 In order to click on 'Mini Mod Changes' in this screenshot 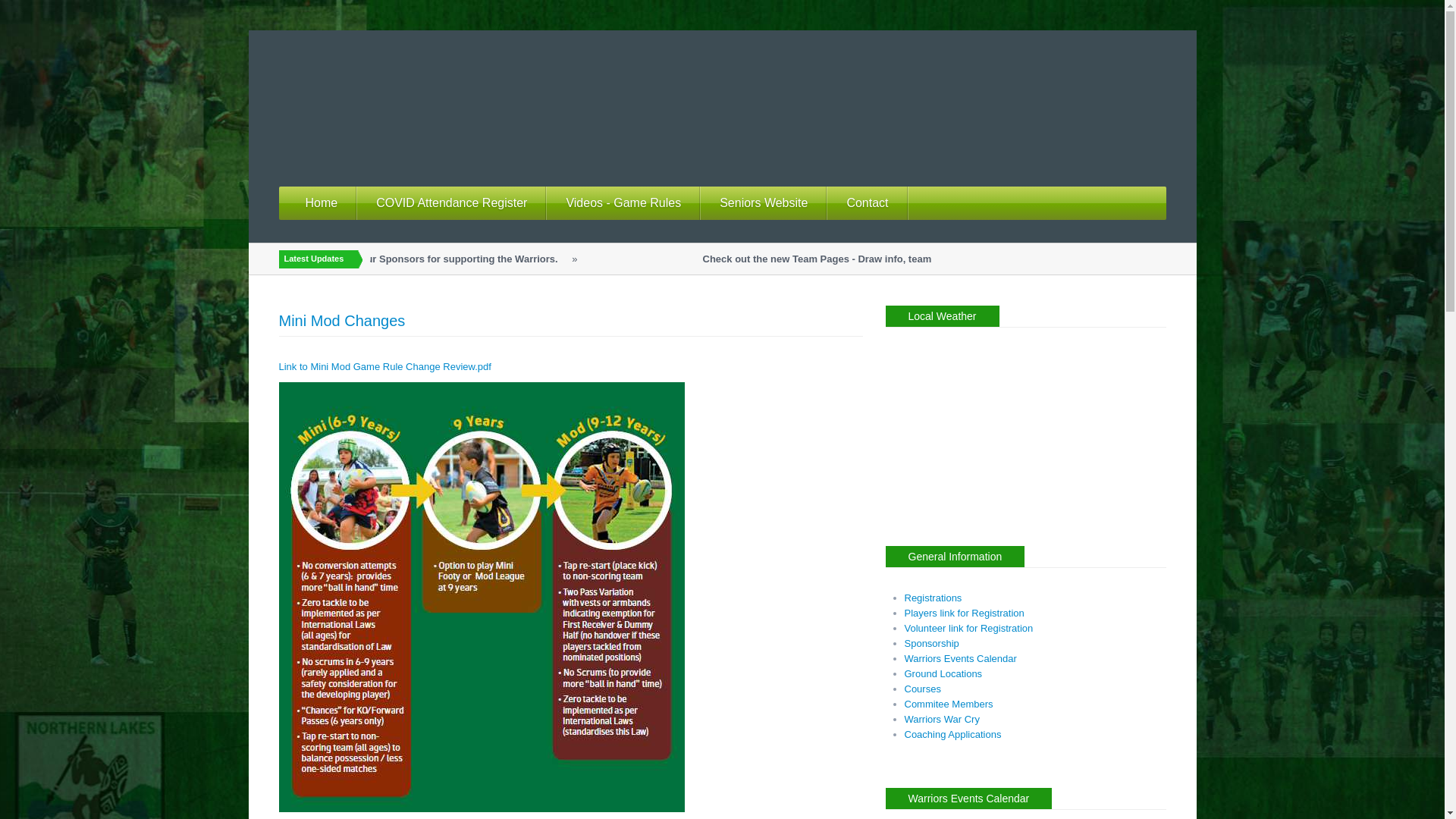, I will do `click(341, 320)`.